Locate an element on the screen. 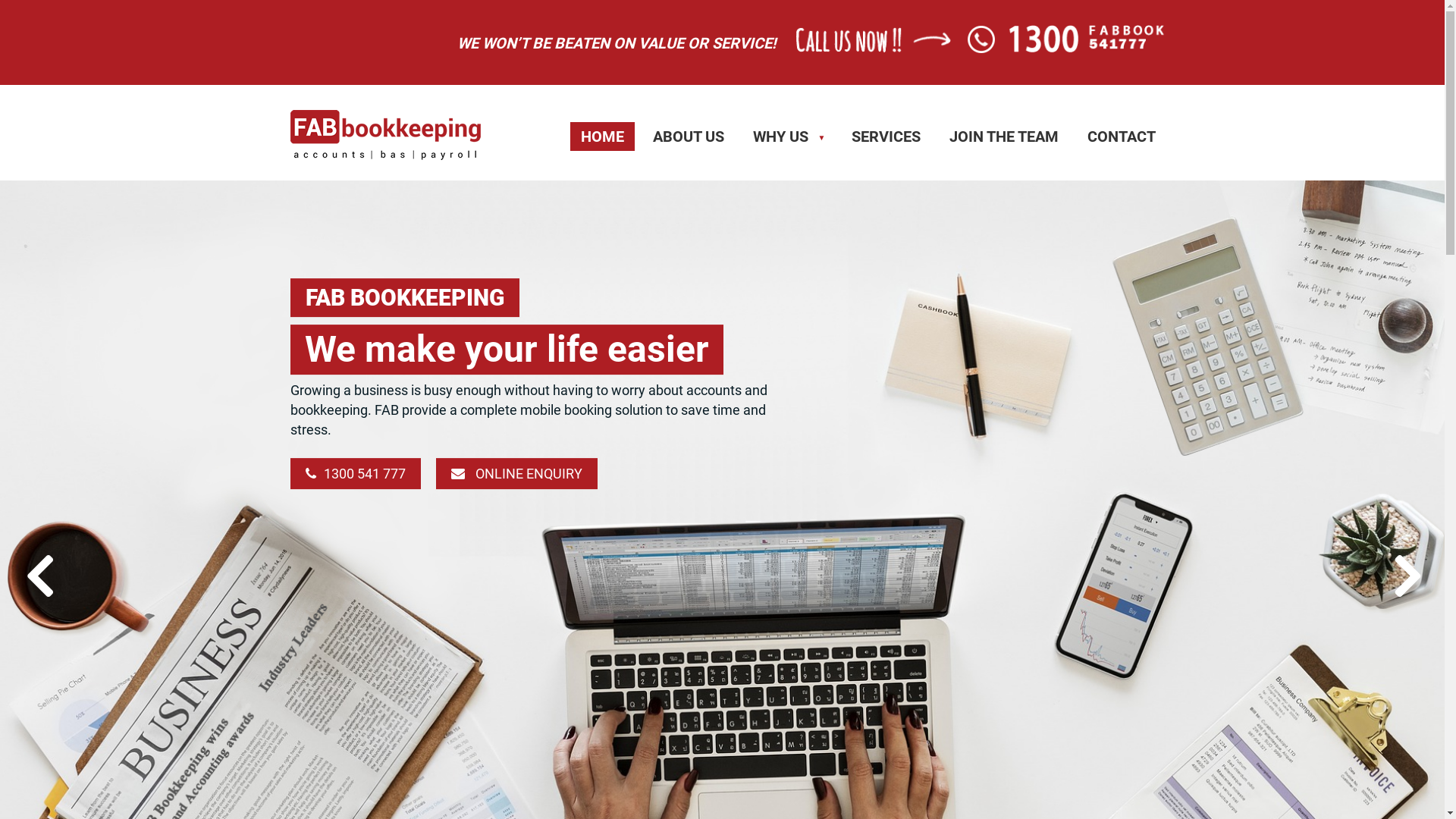  'SERVICES' is located at coordinates (885, 136).